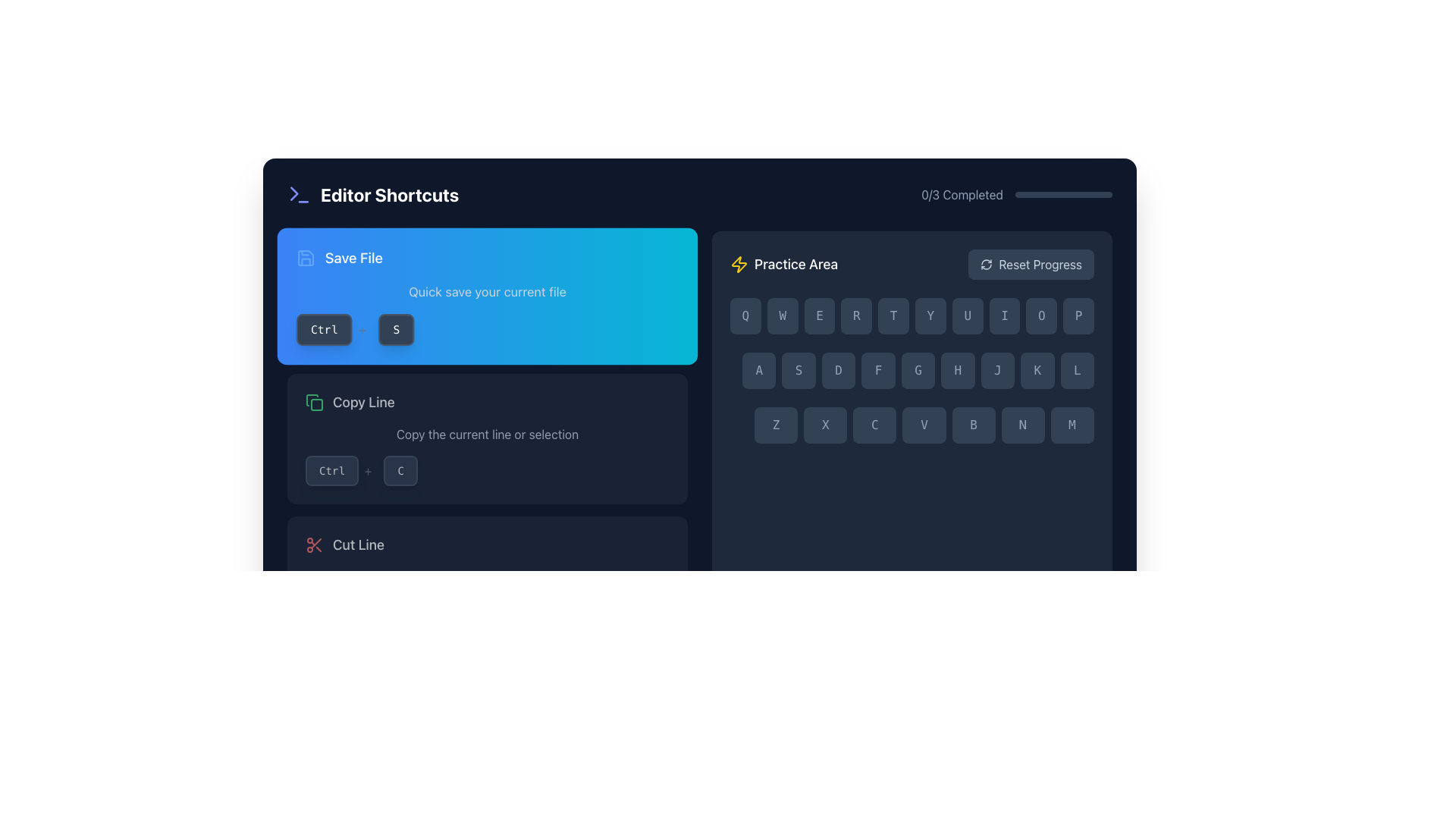  Describe the element at coordinates (344, 544) in the screenshot. I see `the 'Cut Line' interactive guide element, which features a scissors icon outlined in red followed by the text 'Cut Line' in white font, located at the bottom-left of the main column` at that location.